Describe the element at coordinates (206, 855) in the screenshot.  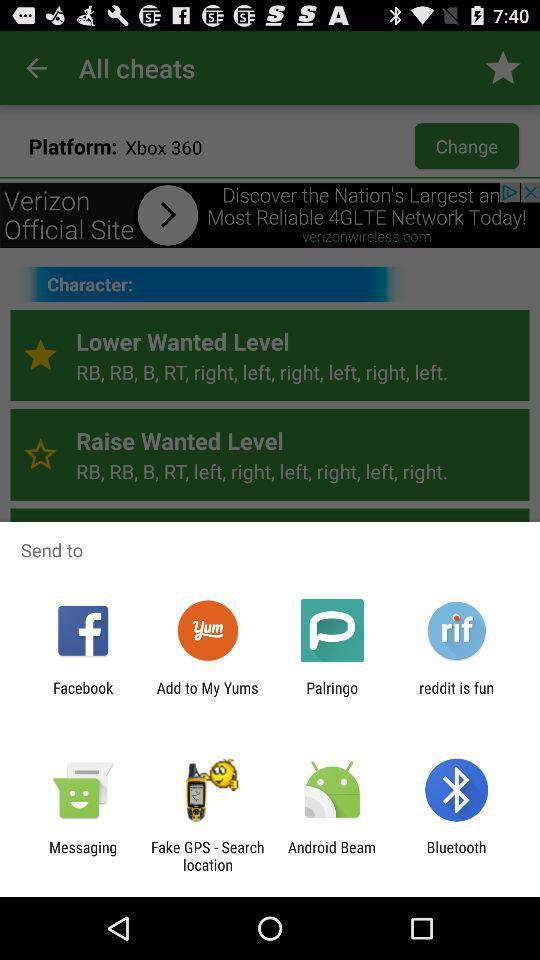
I see `the icon next to the messaging app` at that location.